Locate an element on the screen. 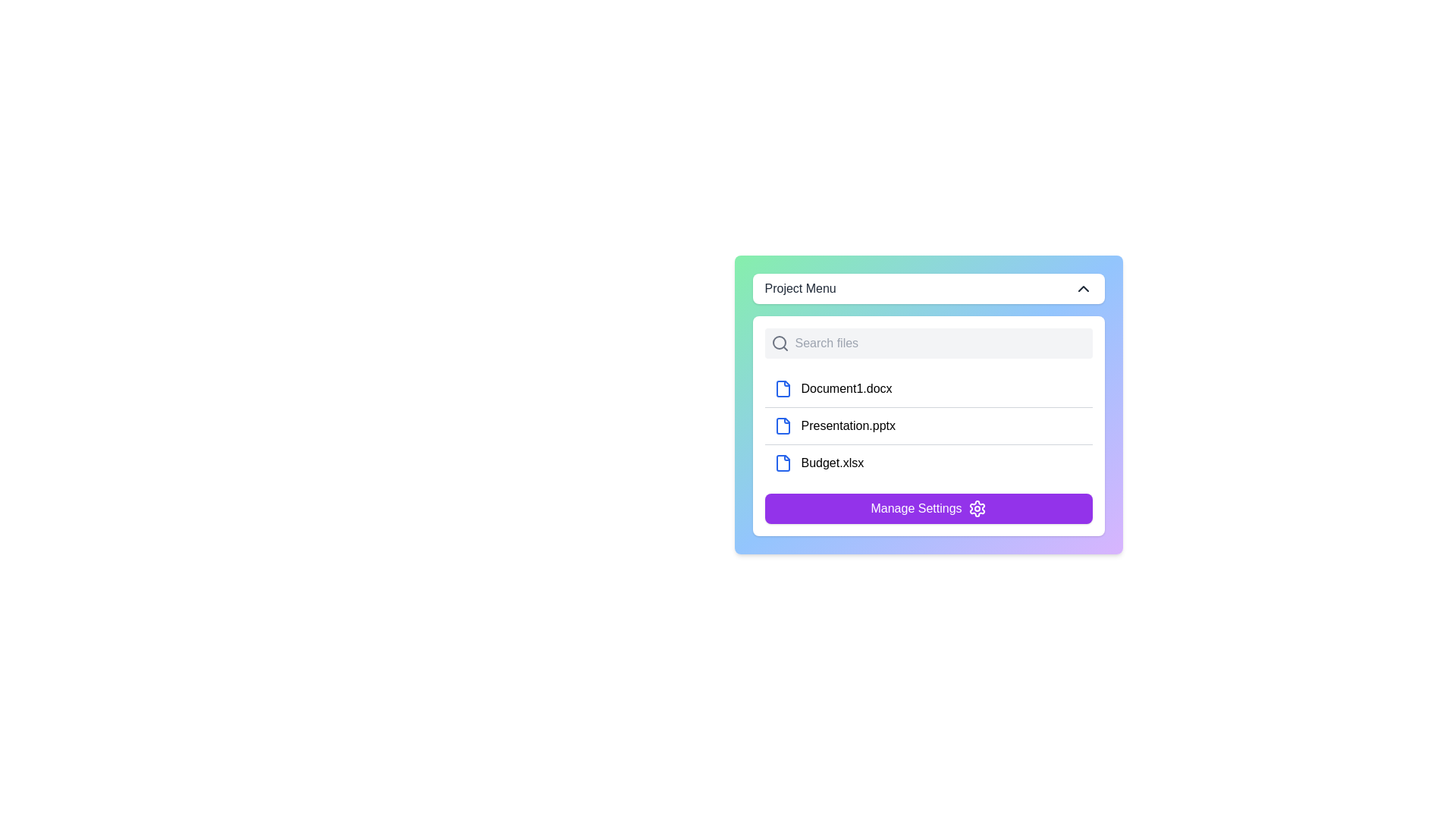 The height and width of the screenshot is (819, 1456). circular SVG element that represents the lens of the search icon located in the top-left corner of the search bar area is located at coordinates (779, 342).